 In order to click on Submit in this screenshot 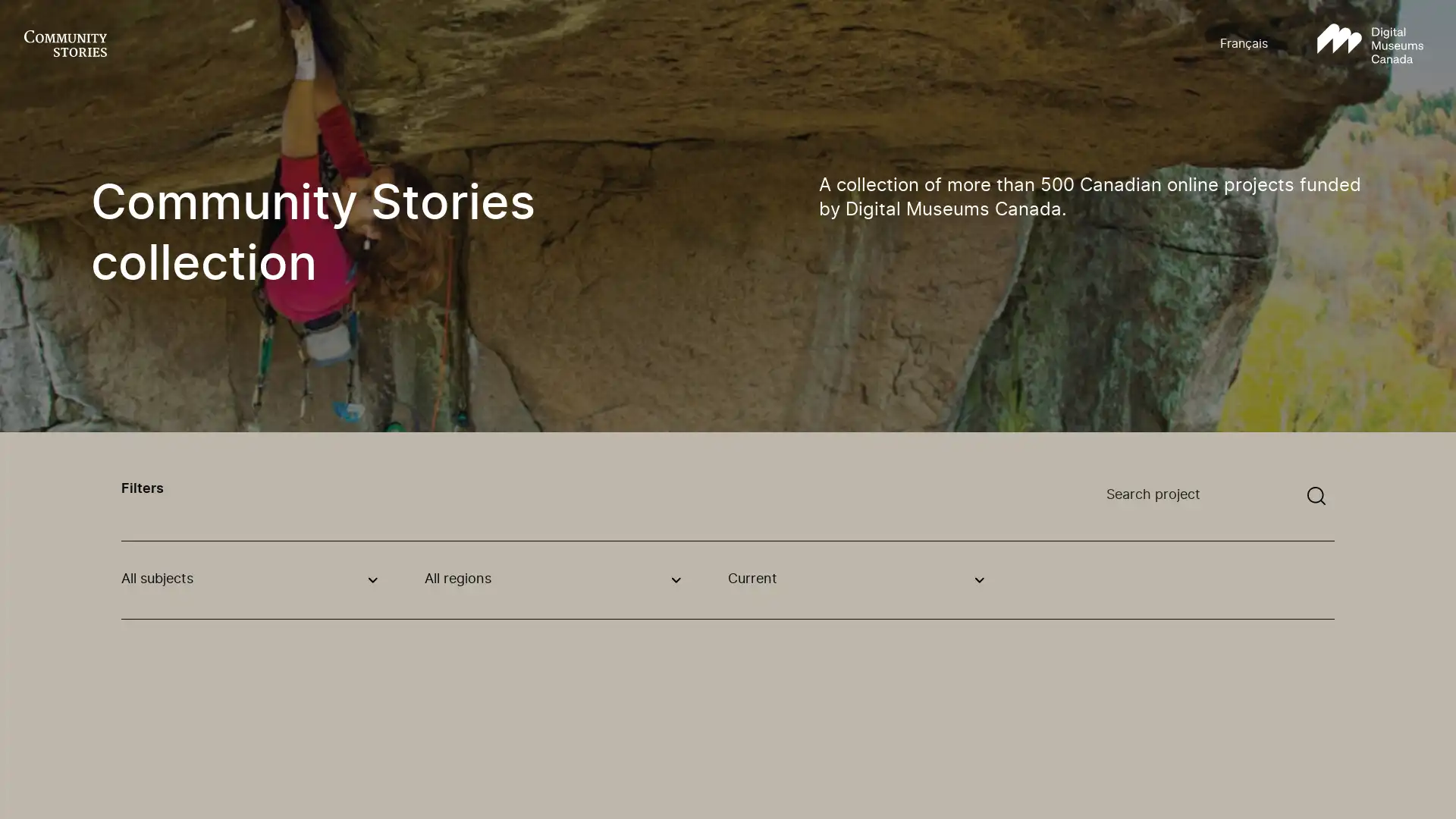, I will do `click(1316, 496)`.